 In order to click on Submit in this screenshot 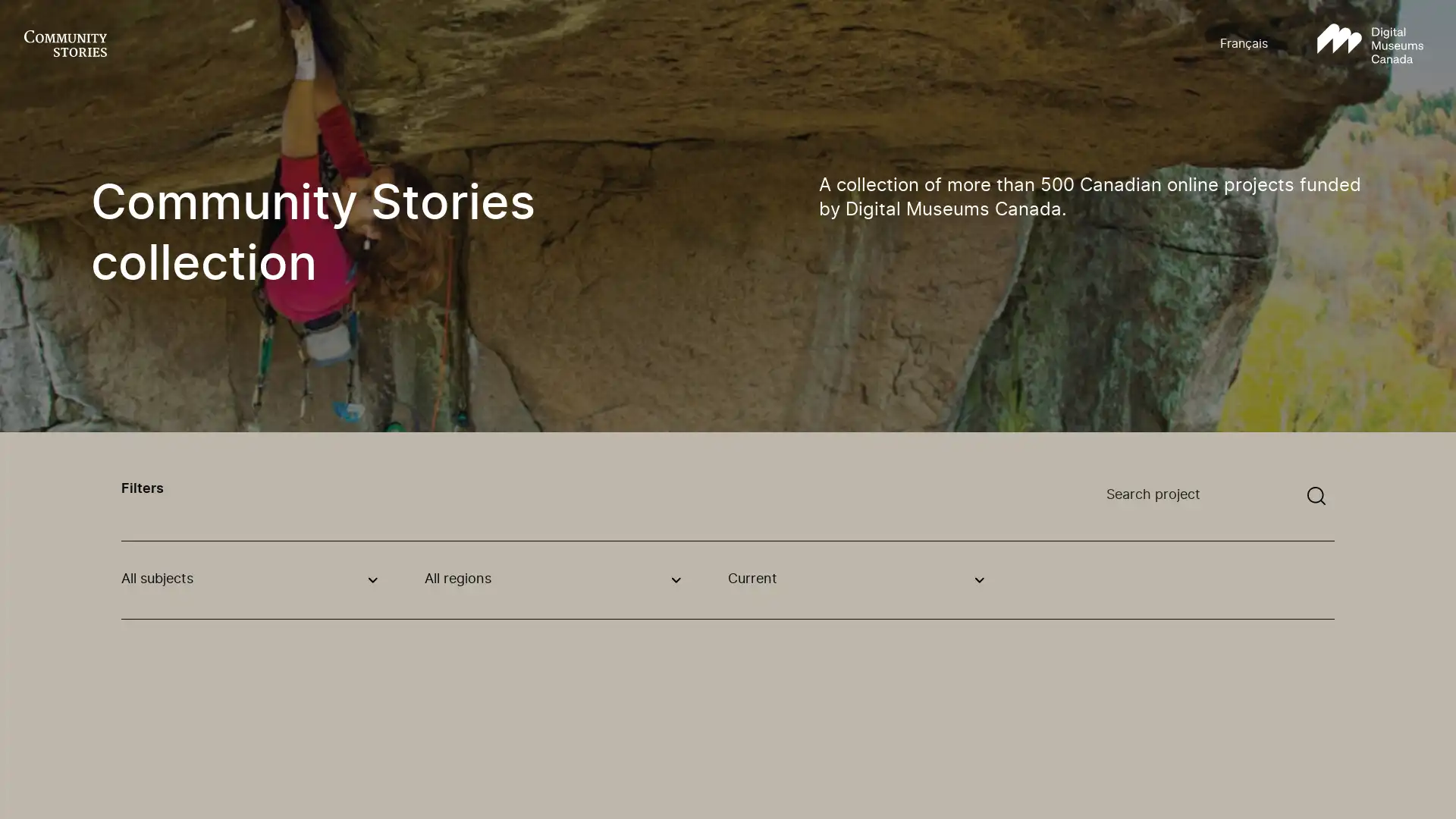, I will do `click(1316, 496)`.